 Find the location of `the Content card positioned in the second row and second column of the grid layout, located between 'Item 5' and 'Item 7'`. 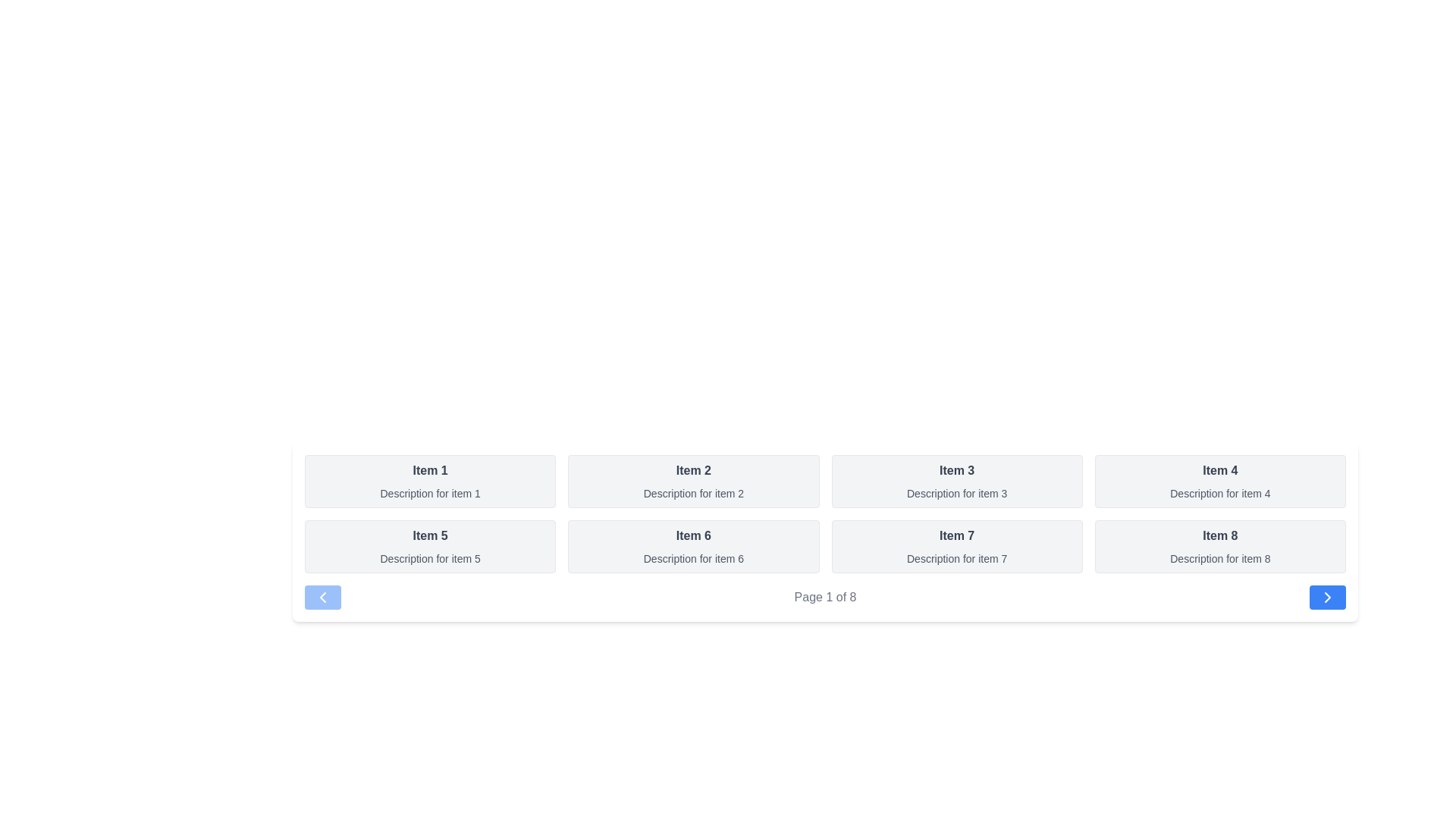

the Content card positioned in the second row and second column of the grid layout, located between 'Item 5' and 'Item 7' is located at coordinates (692, 547).